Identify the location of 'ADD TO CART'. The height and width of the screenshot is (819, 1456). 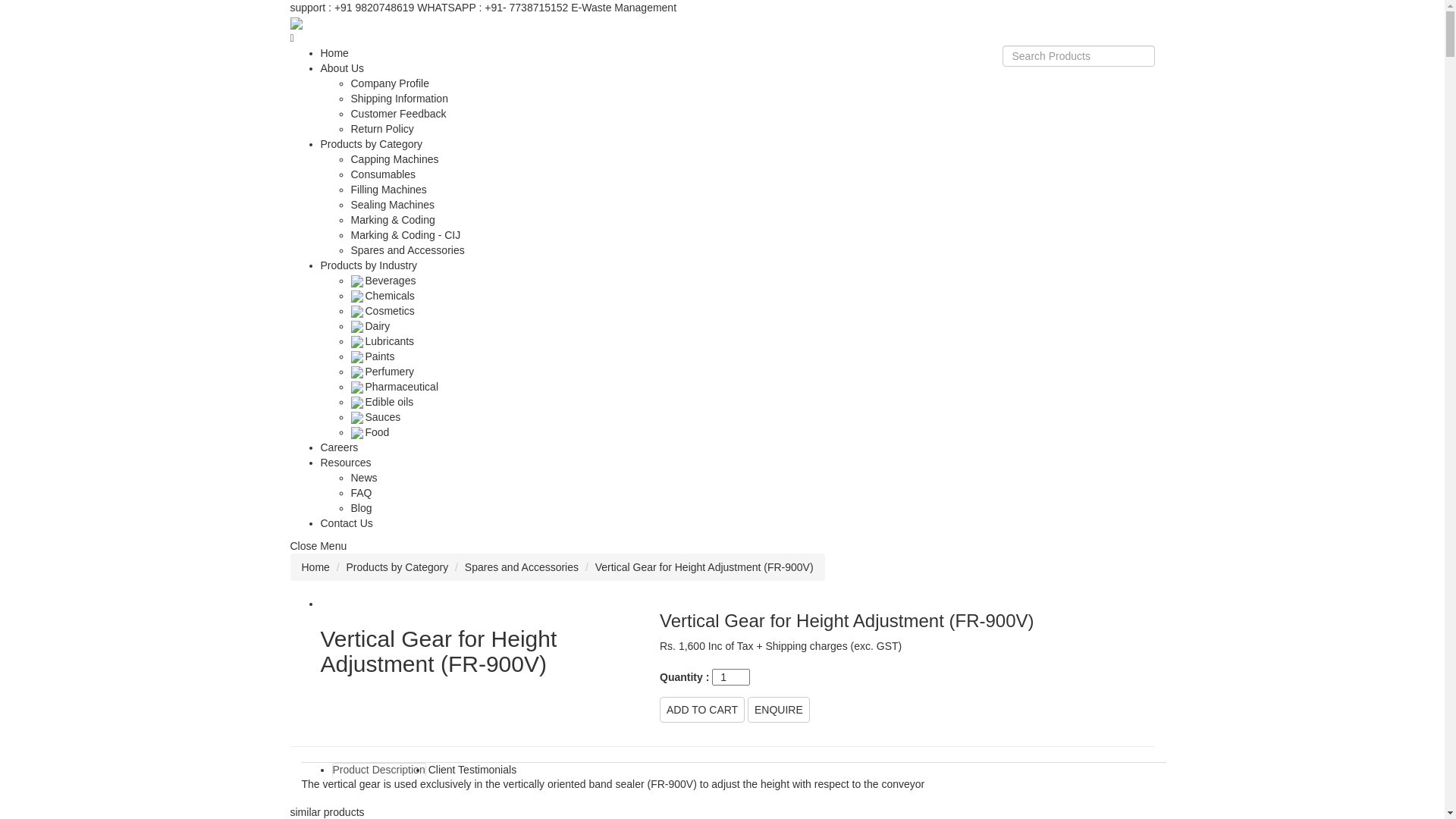
(659, 710).